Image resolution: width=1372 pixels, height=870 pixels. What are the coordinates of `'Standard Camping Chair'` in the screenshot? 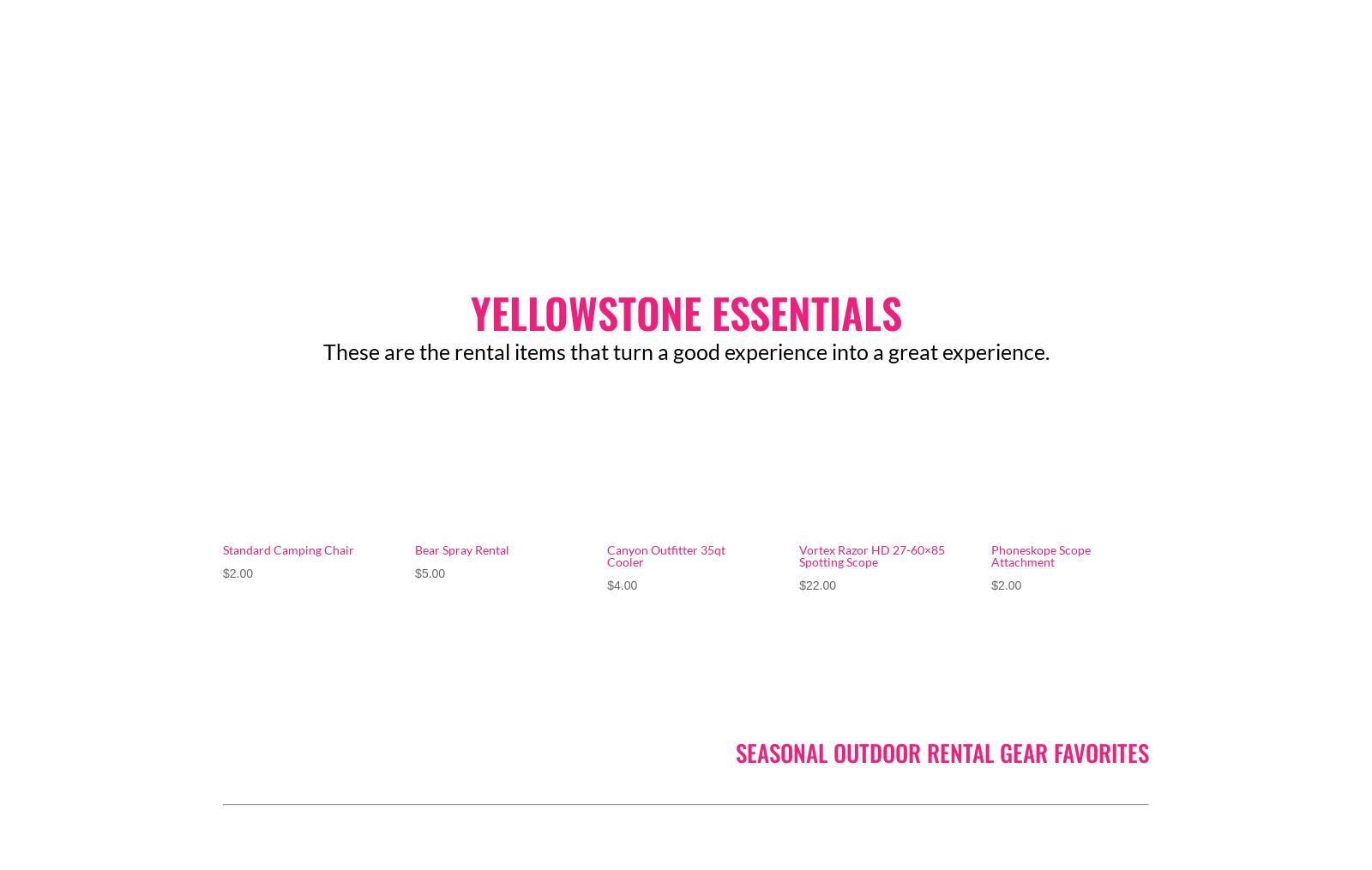 It's located at (288, 548).